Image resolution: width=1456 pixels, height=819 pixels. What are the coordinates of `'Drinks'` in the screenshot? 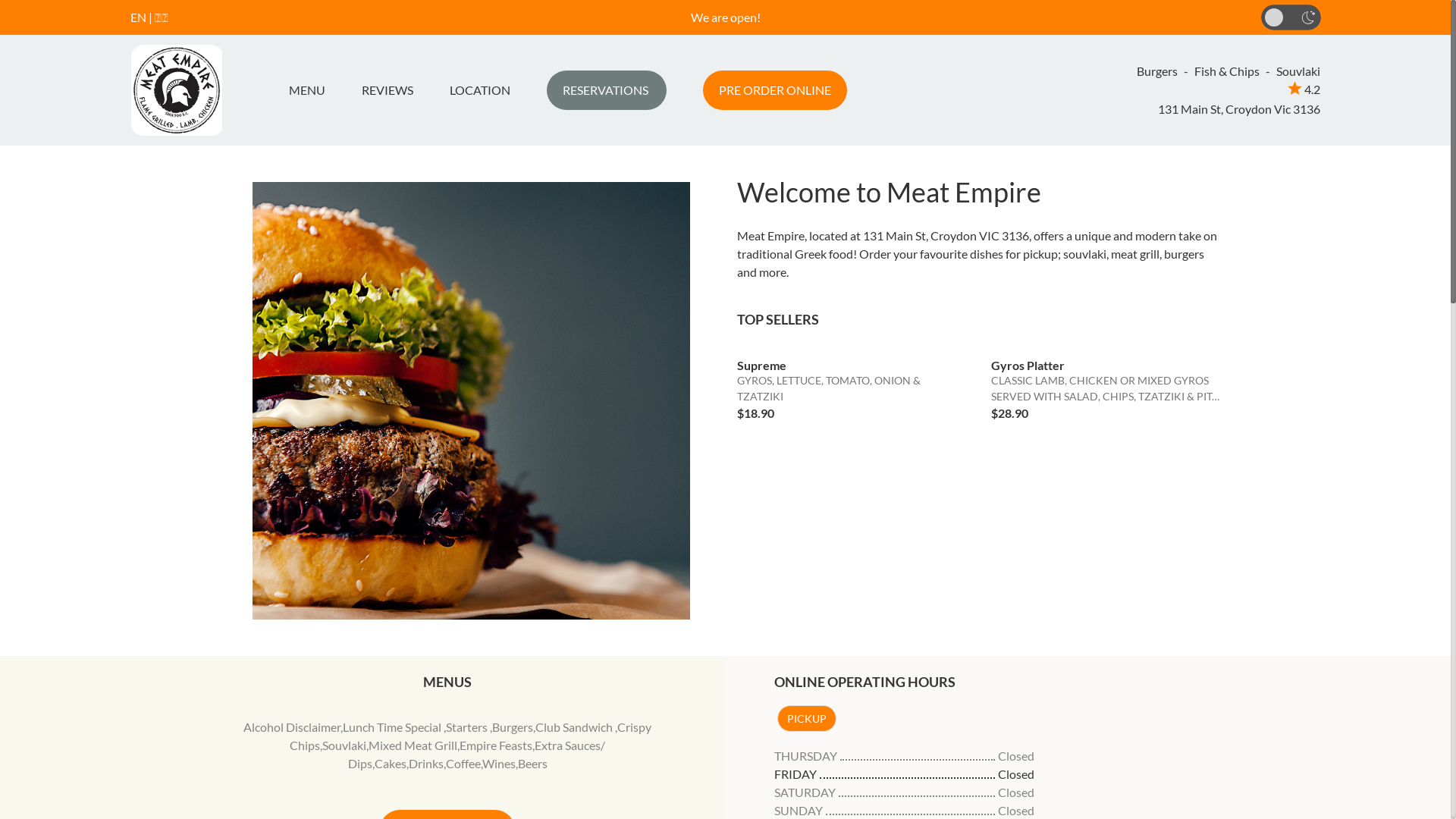 It's located at (408, 763).